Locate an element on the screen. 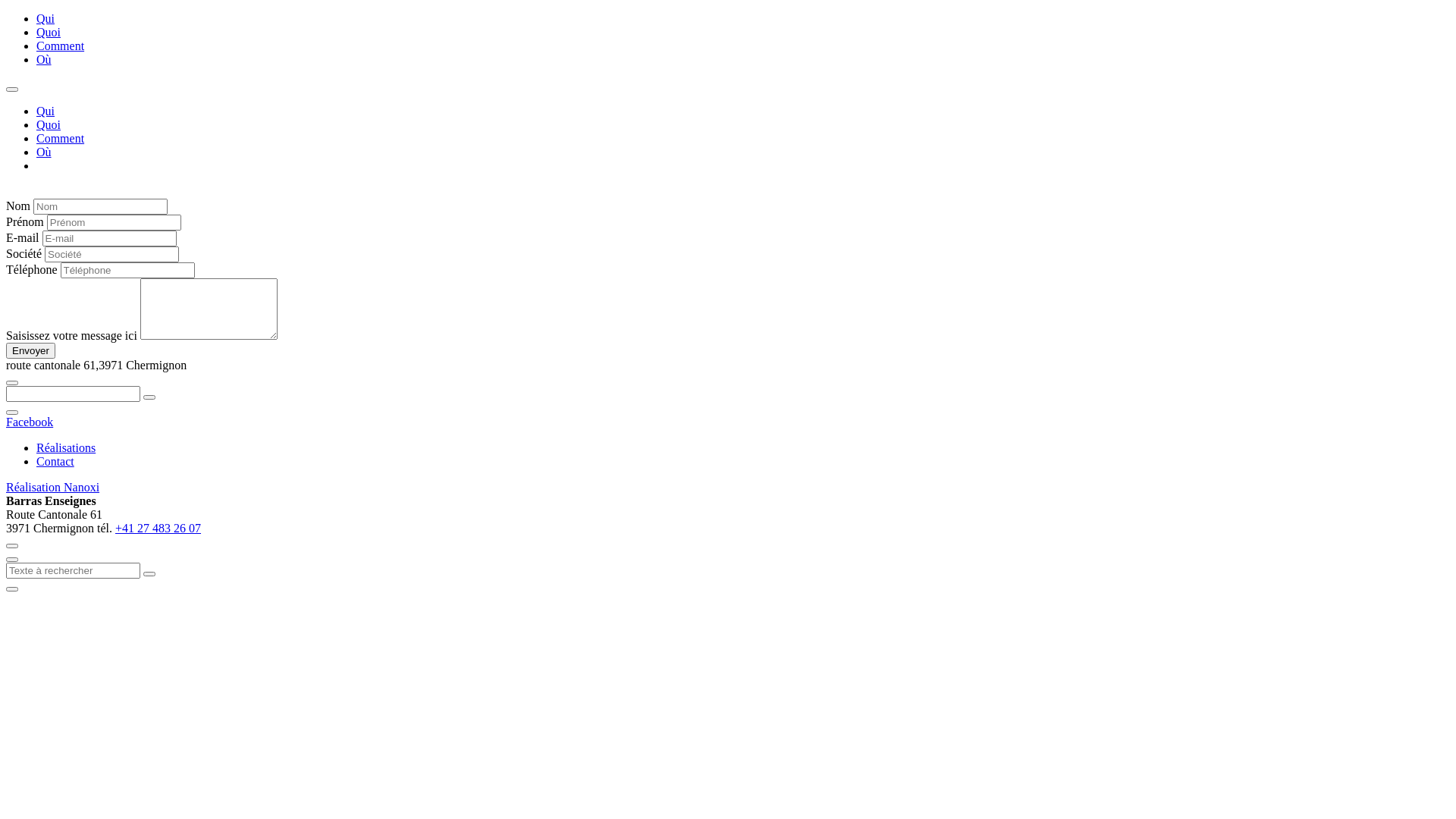 Image resolution: width=1456 pixels, height=819 pixels. 'Qui' is located at coordinates (45, 18).